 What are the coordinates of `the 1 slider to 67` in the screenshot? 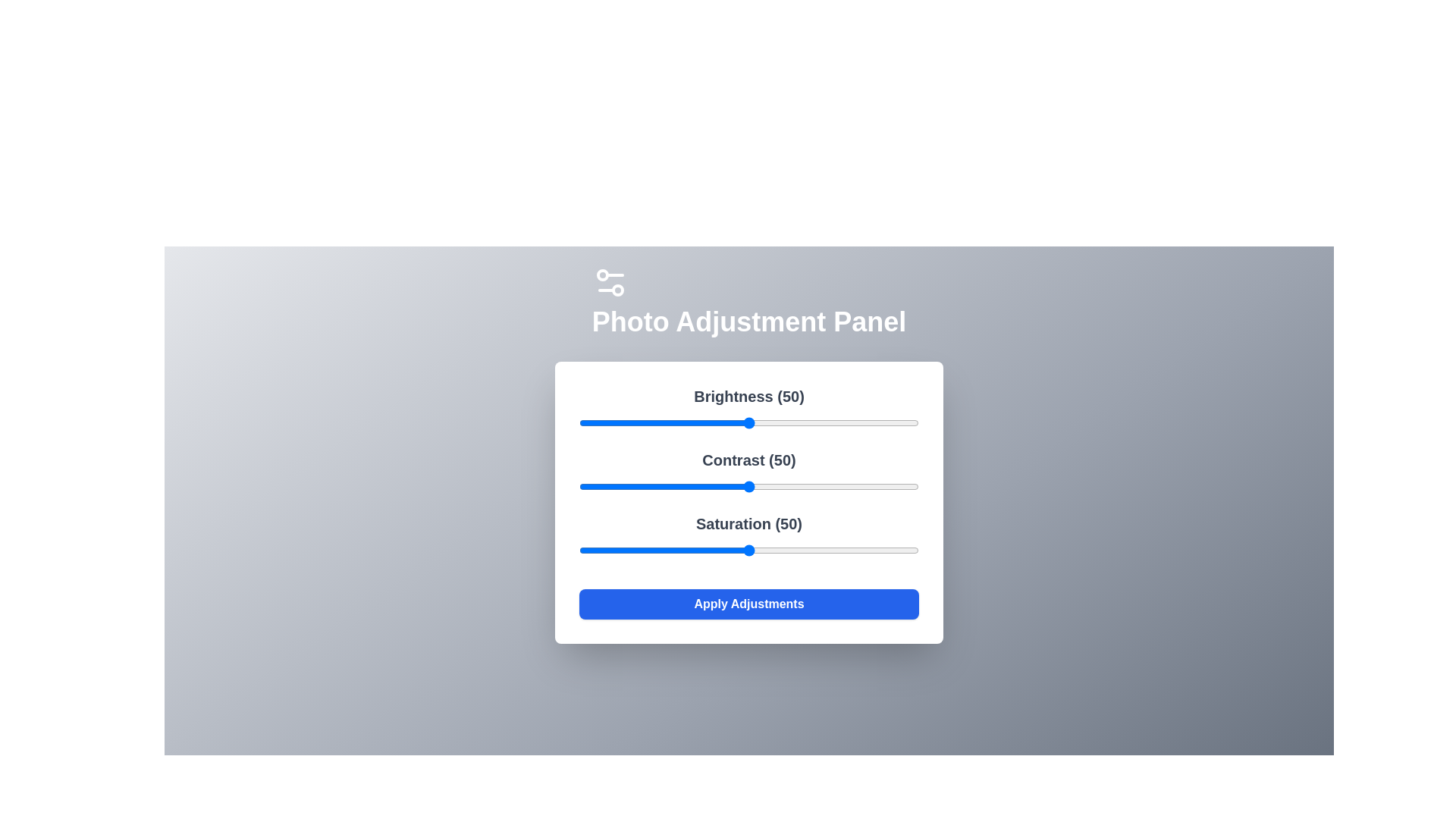 It's located at (806, 486).